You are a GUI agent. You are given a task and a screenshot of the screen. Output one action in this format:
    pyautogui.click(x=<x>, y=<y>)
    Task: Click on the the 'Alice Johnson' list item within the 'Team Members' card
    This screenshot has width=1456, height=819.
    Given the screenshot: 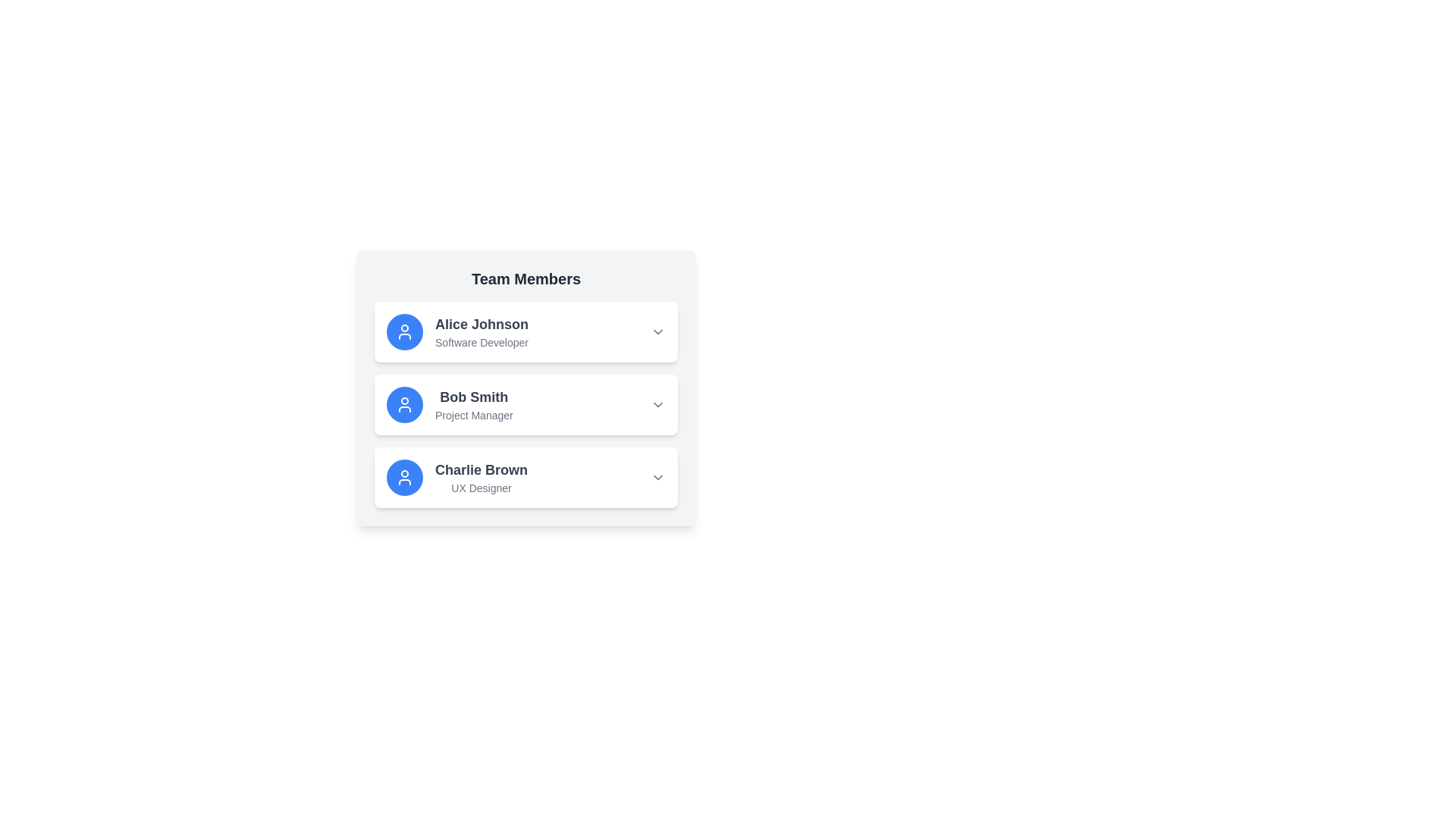 What is the action you would take?
    pyautogui.click(x=526, y=331)
    